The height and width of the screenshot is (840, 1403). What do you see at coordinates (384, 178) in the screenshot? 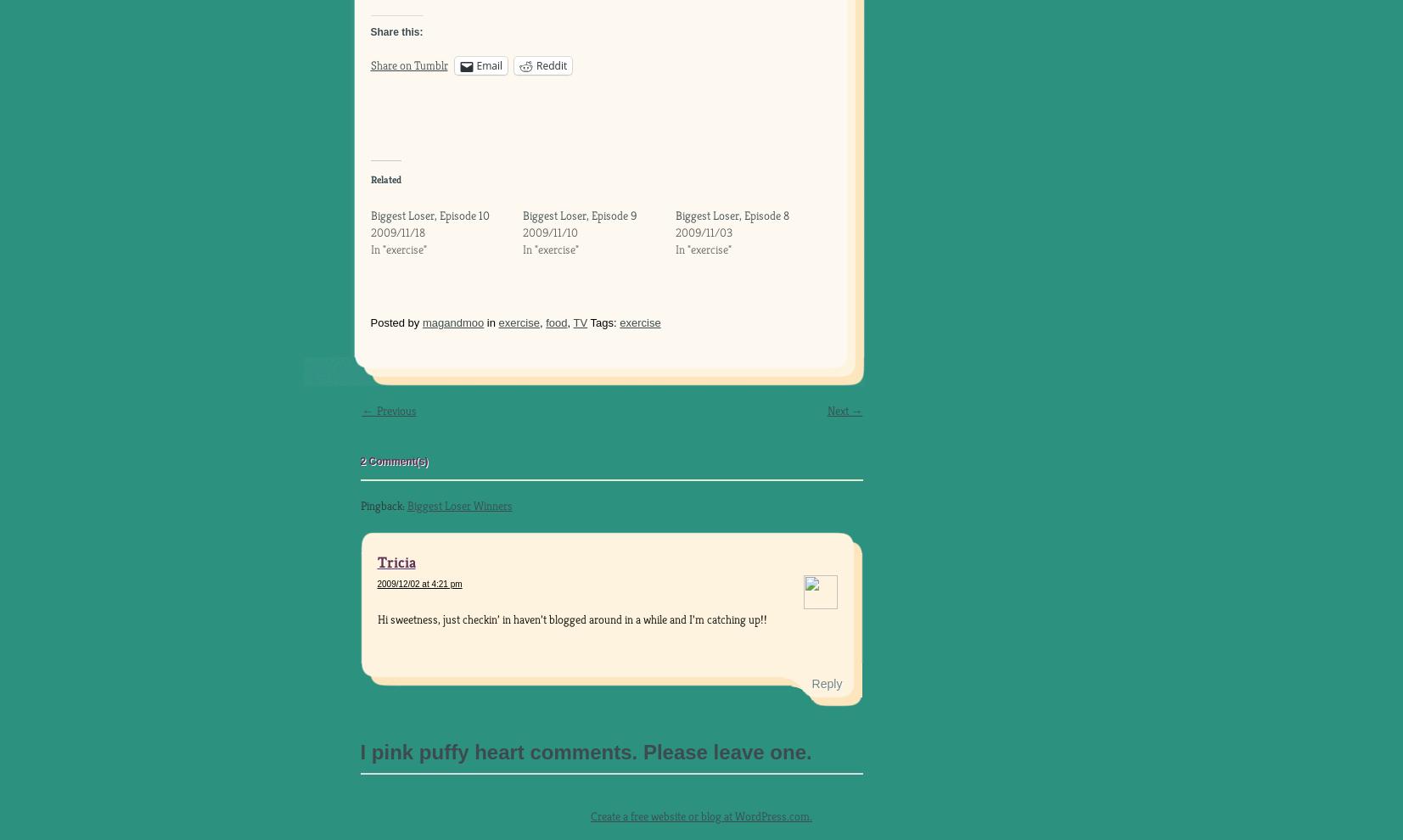
I see `'Related'` at bounding box center [384, 178].